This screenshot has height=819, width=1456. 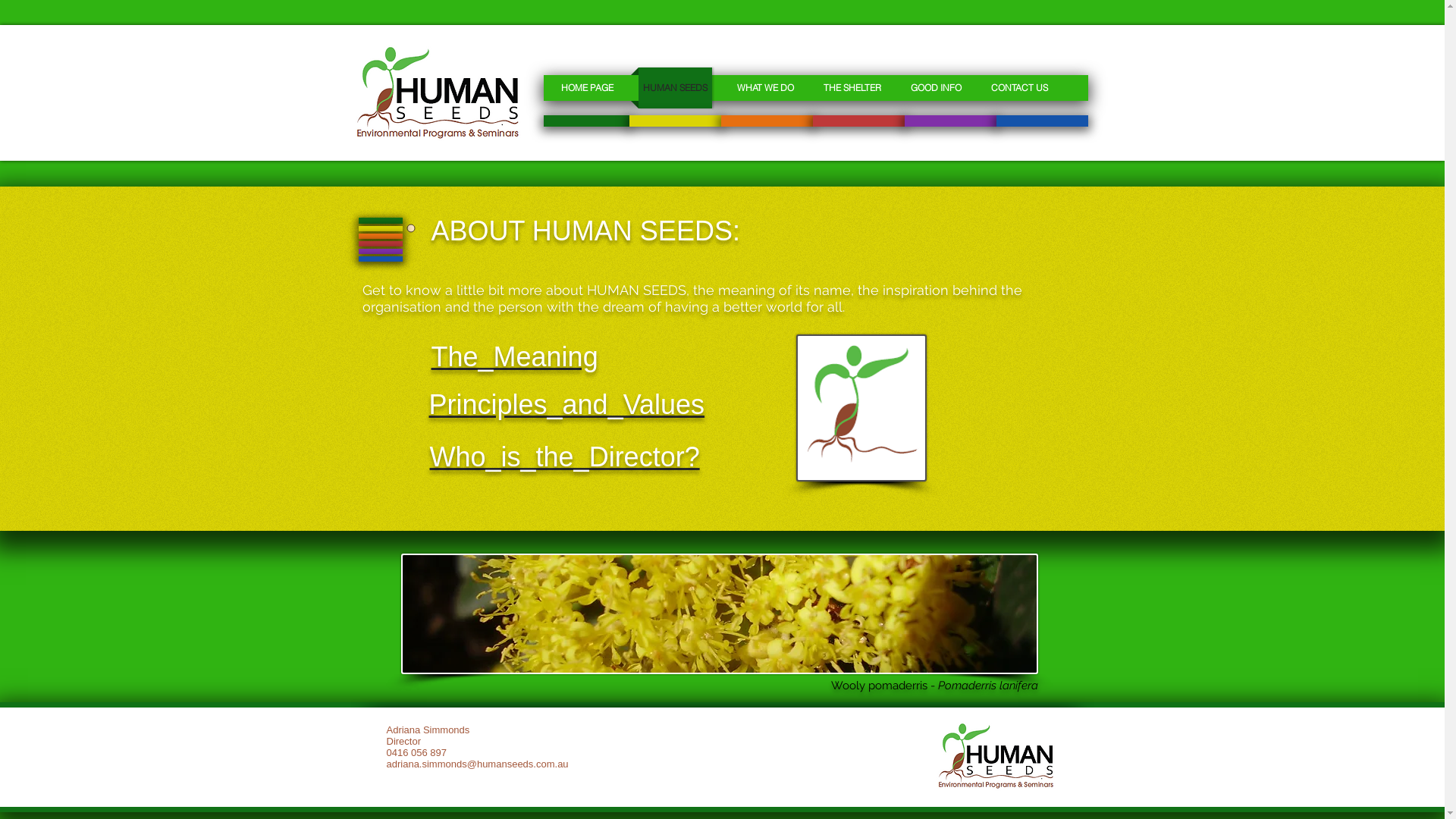 I want to click on 'WHAT WE DO', so click(x=765, y=87).